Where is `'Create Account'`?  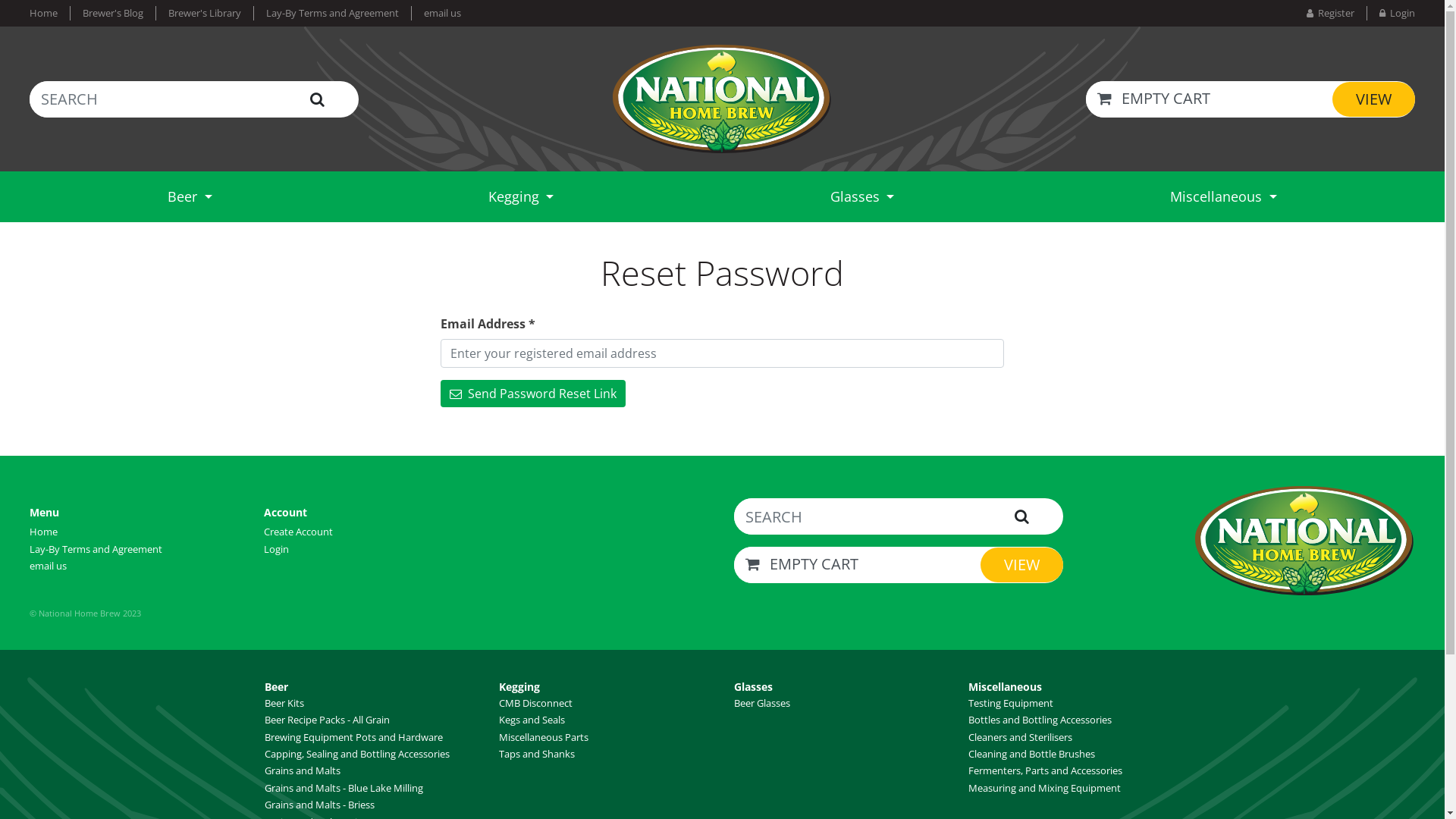
'Create Account' is located at coordinates (298, 531).